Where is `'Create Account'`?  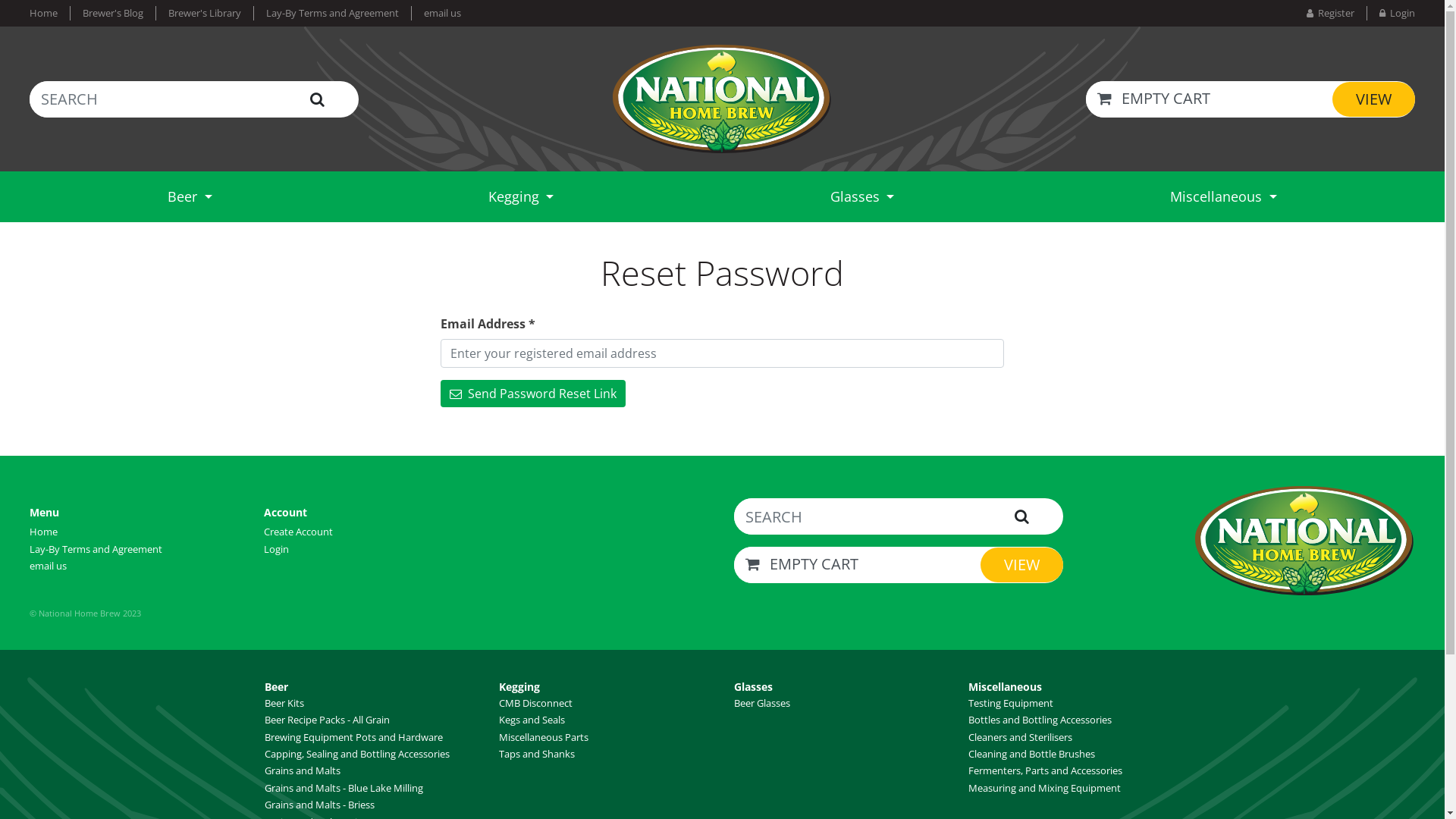
'Create Account' is located at coordinates (298, 531).